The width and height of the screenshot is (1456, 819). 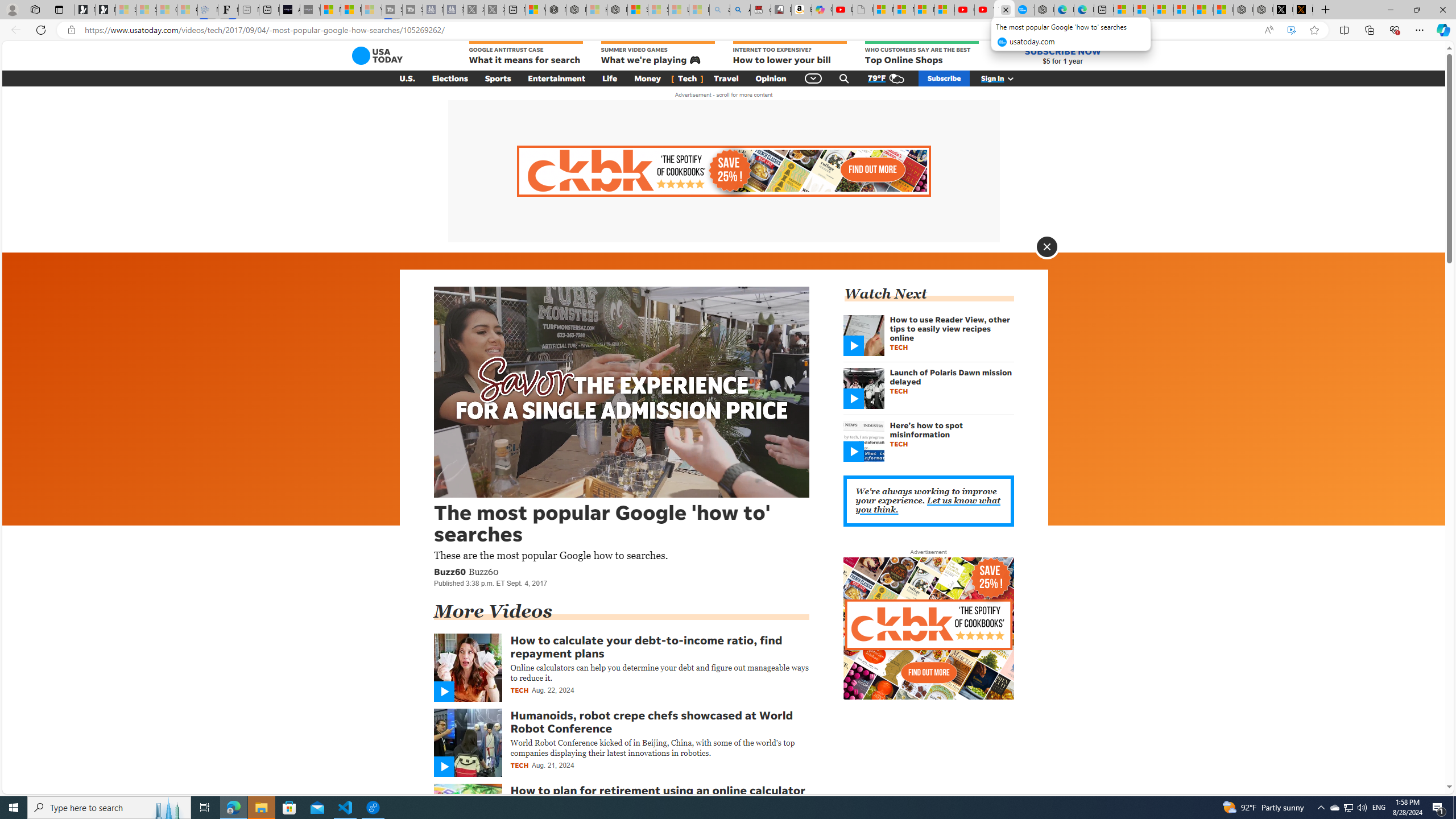 What do you see at coordinates (921, 53) in the screenshot?
I see `'WHO CUSTOMERS SAY ARE THE BEST Top Online Shops'` at bounding box center [921, 53].